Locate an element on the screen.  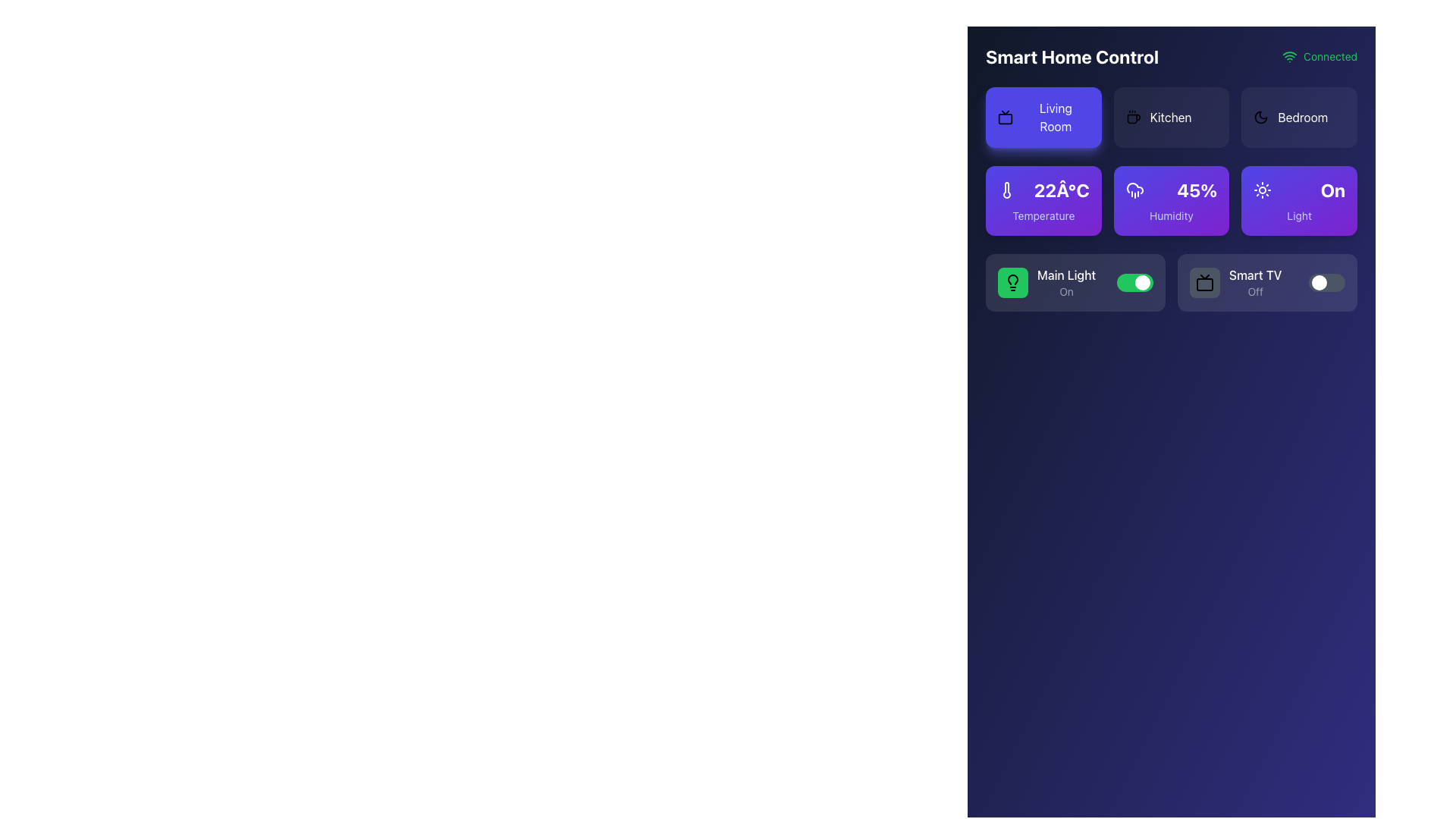
the 'Temperature' text label, which is styled with a small font size and light indigo color, located below the current temperature indicator ('22Â°C') is located at coordinates (1043, 216).